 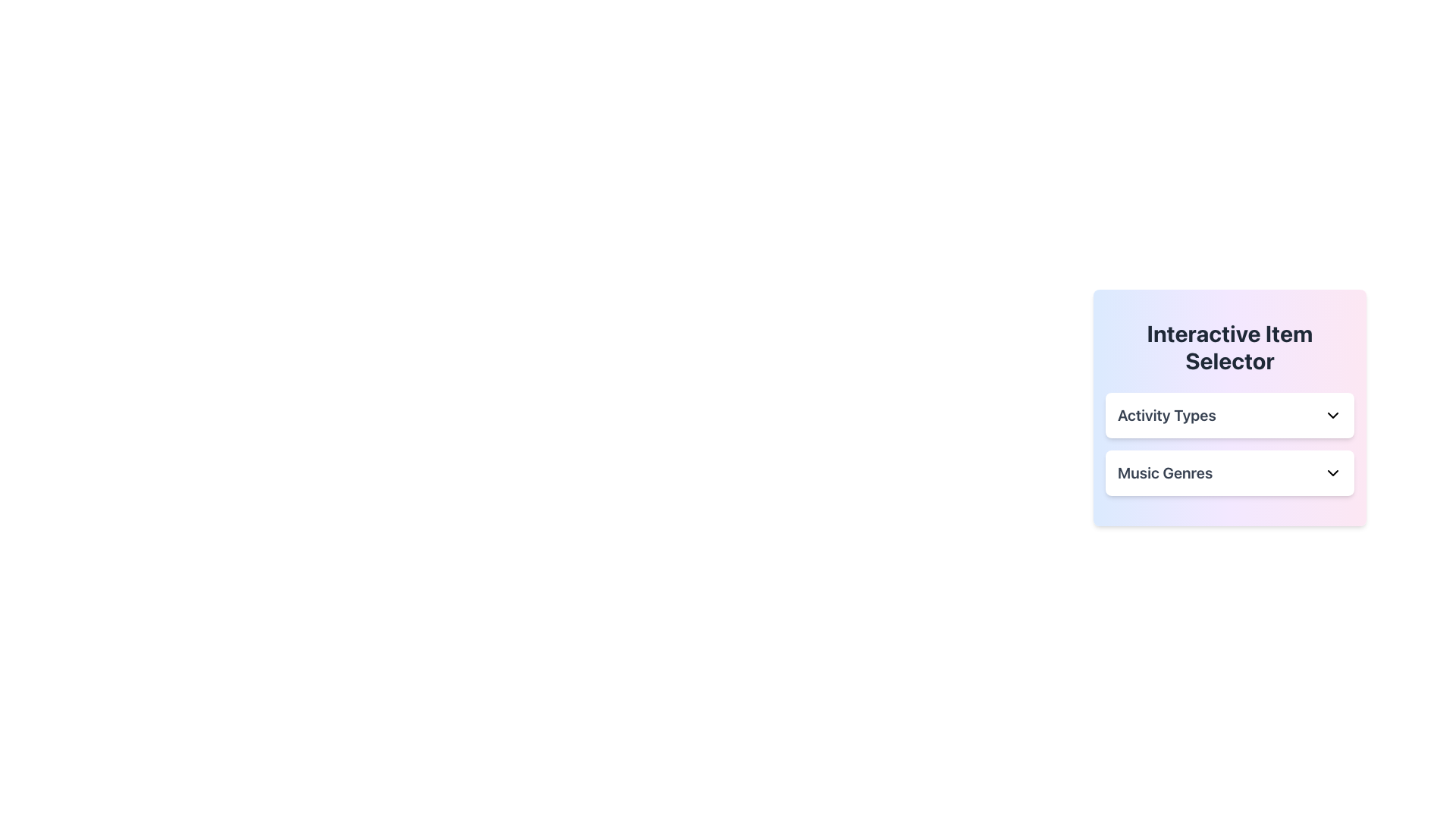 I want to click on the static text label indicating the category of the dropdown options located below the heading 'Interactive Item Selector', so click(x=1166, y=415).